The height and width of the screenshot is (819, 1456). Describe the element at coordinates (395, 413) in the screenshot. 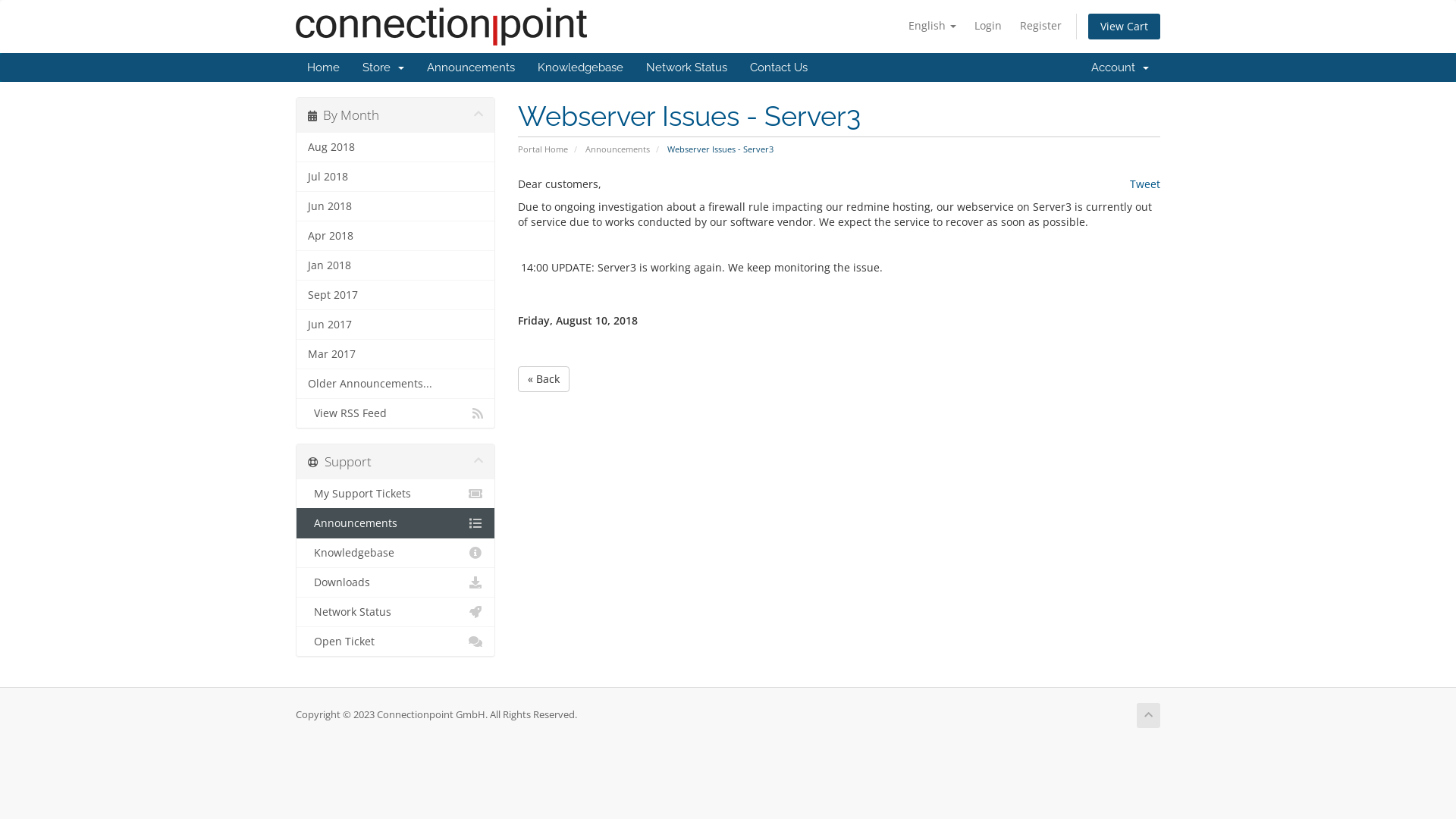

I see `'  View RSS Feed'` at that location.